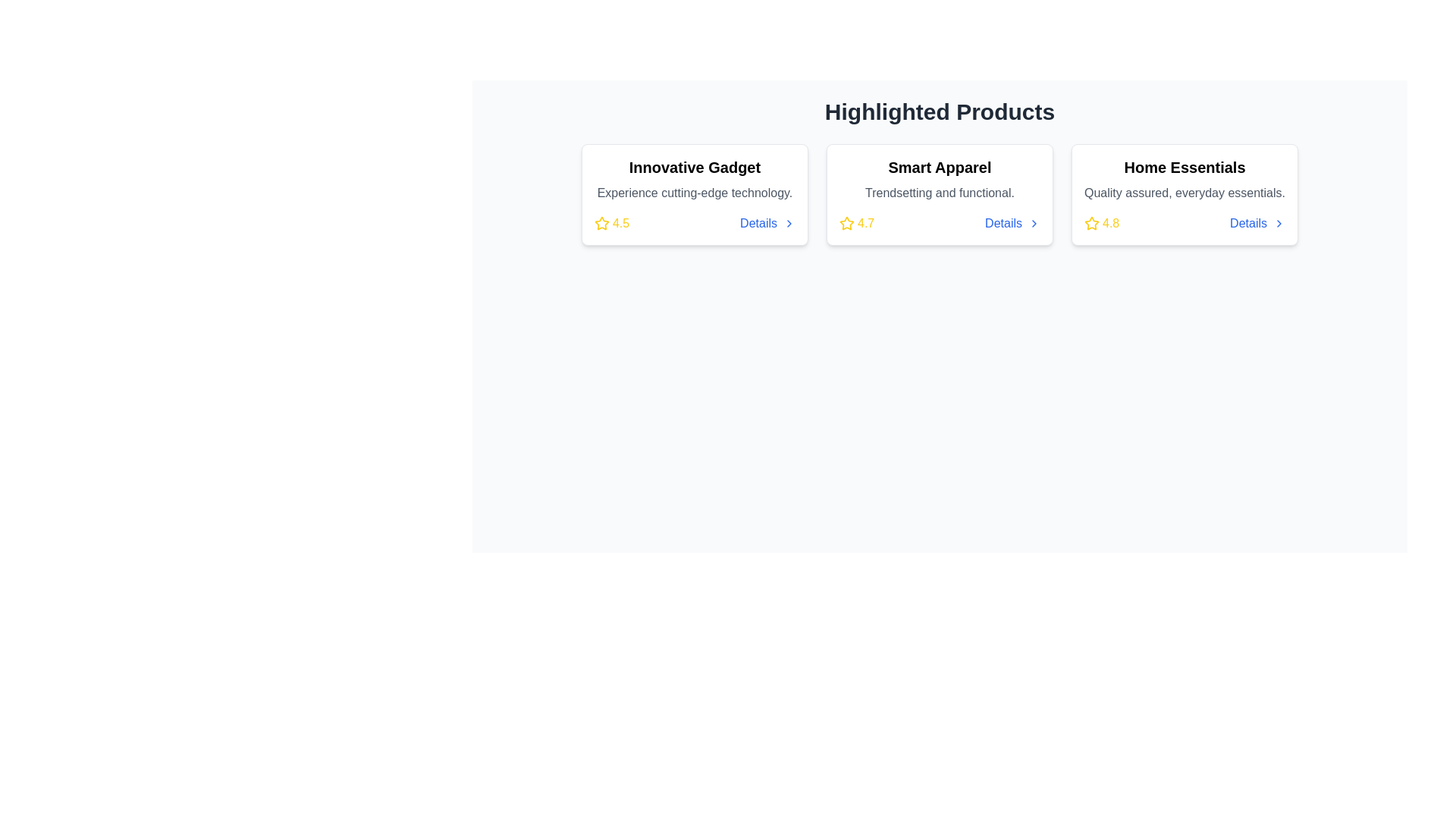  What do you see at coordinates (758, 223) in the screenshot?
I see `the actionable text label located below the 4.5 star rating in the 'Innovative Gadget' card` at bounding box center [758, 223].